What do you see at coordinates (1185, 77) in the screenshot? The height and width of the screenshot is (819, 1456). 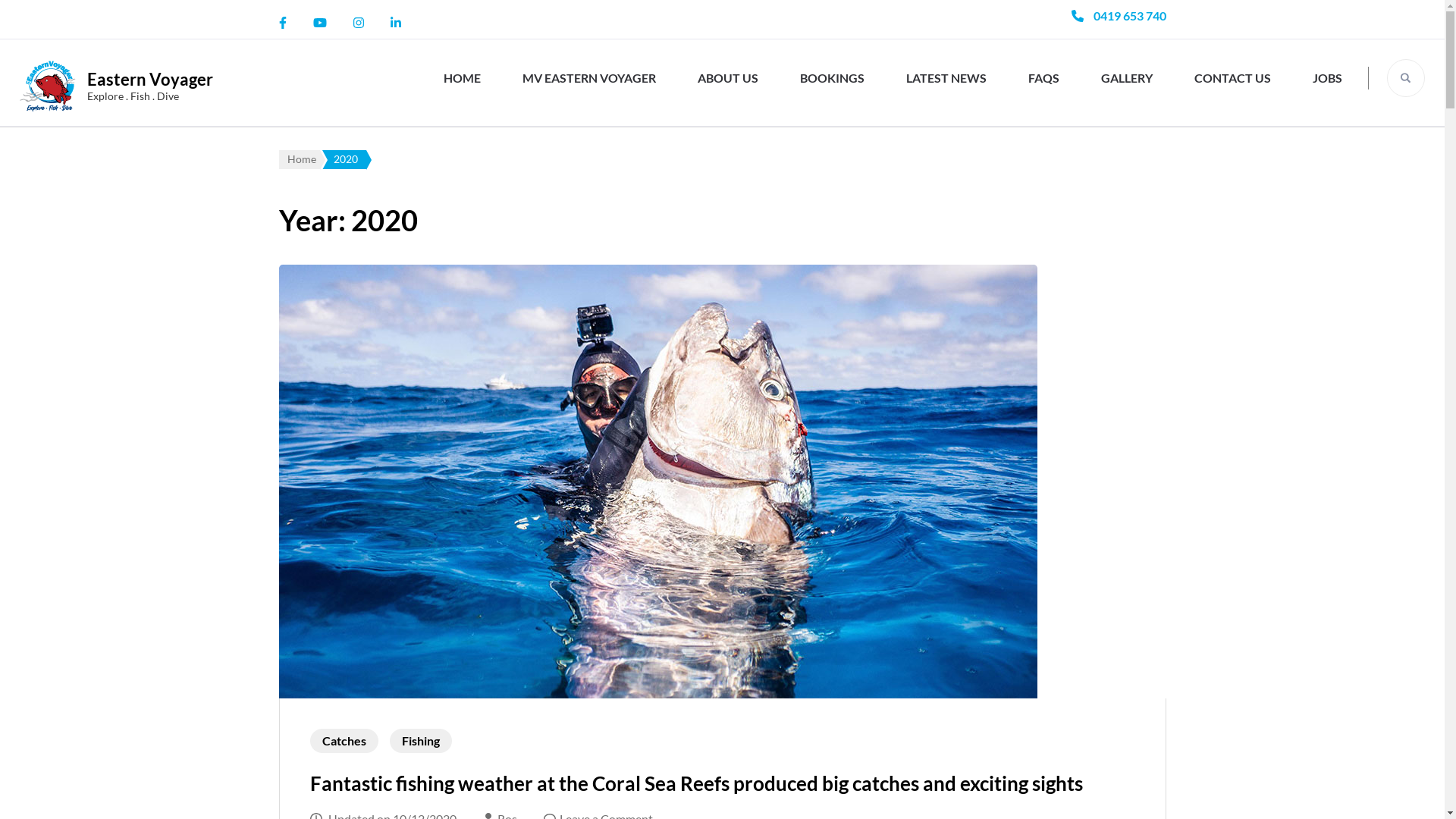 I see `'CONTACT US'` at bounding box center [1185, 77].